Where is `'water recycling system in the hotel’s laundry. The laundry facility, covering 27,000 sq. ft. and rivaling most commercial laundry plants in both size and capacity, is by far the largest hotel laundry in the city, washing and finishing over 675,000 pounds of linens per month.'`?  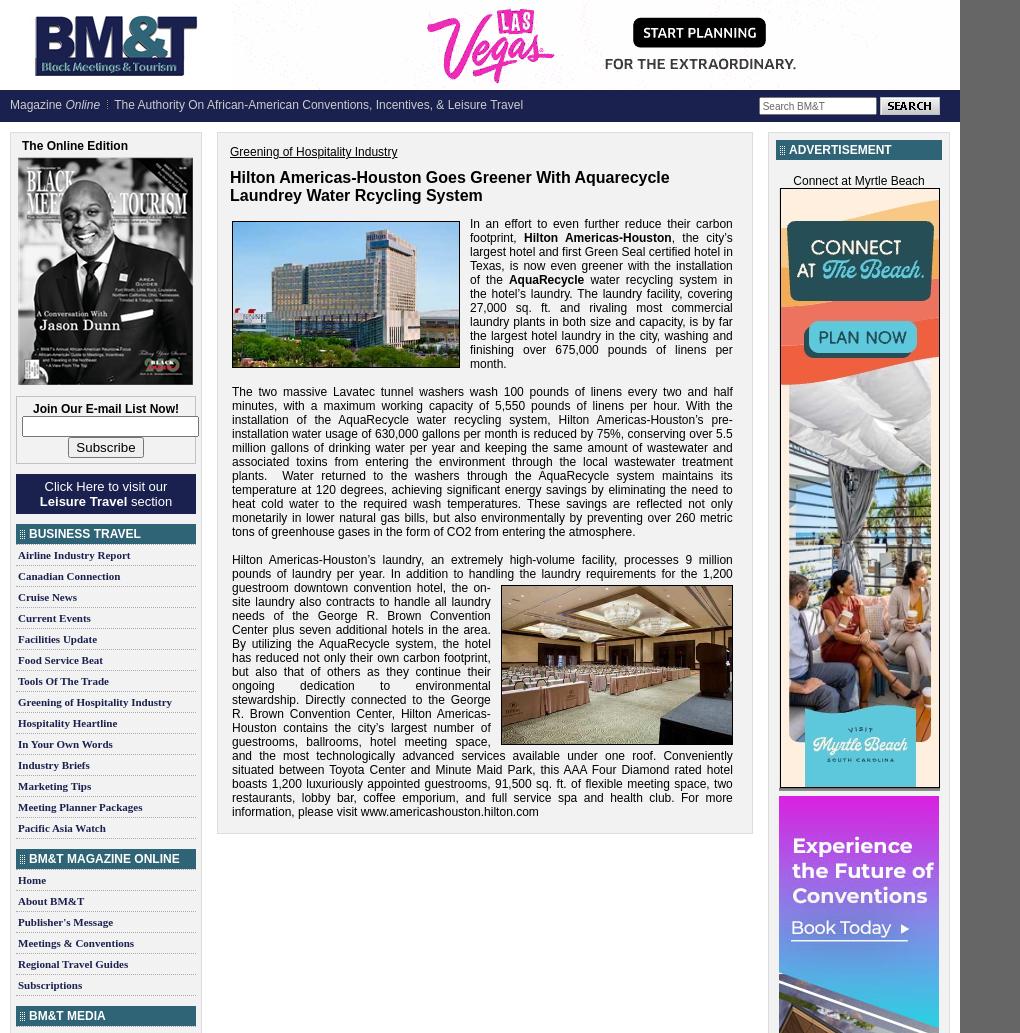
'water recycling system in the hotel’s laundry. The laundry facility, covering 27,000 sq. ft. and rivaling most commercial laundry plants in both size and capacity, is by far the largest hotel laundry in the city, washing and finishing over 675,000 pounds of linens per month.' is located at coordinates (470, 320).